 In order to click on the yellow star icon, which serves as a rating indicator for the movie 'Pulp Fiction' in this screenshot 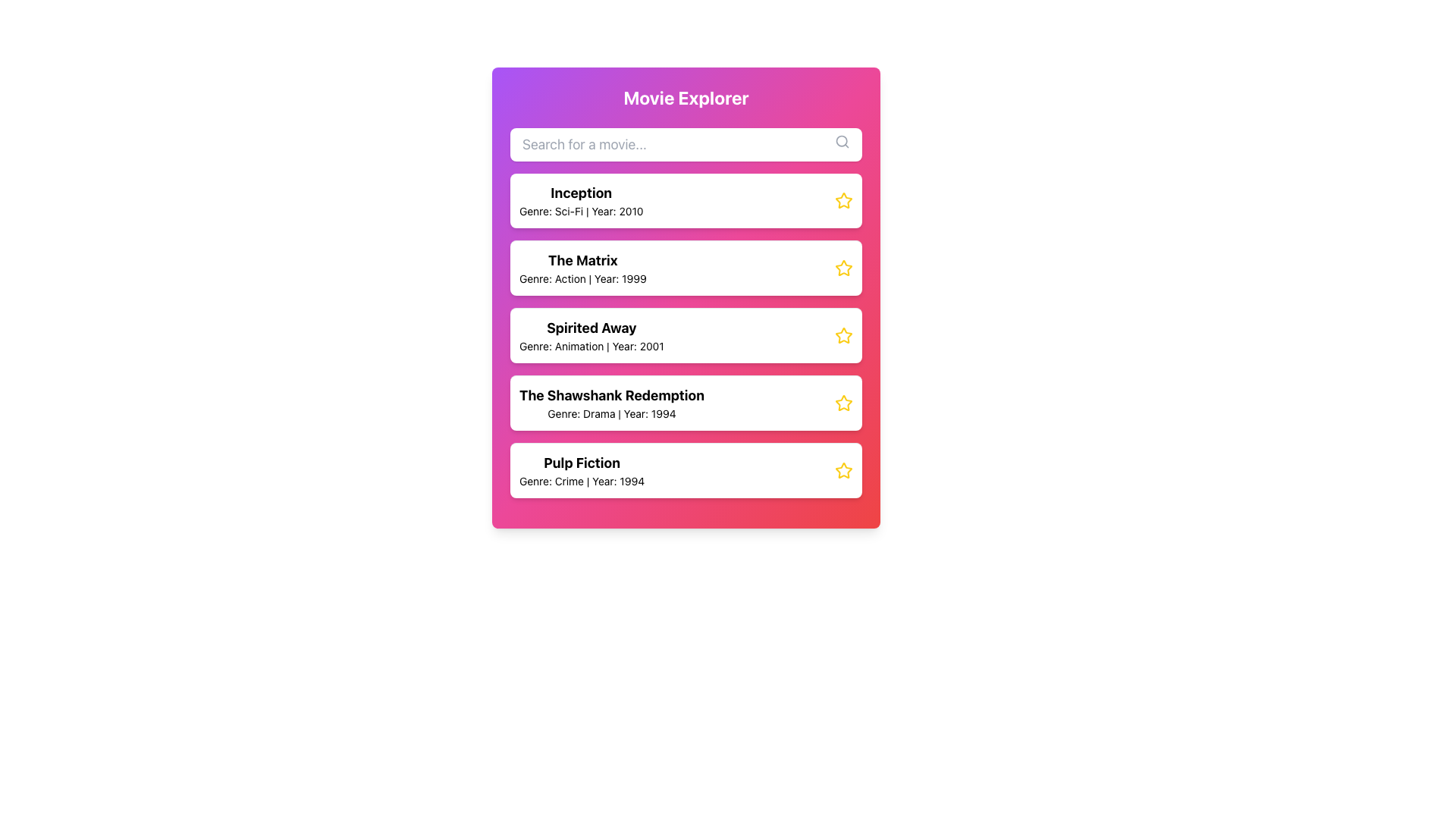, I will do `click(843, 470)`.